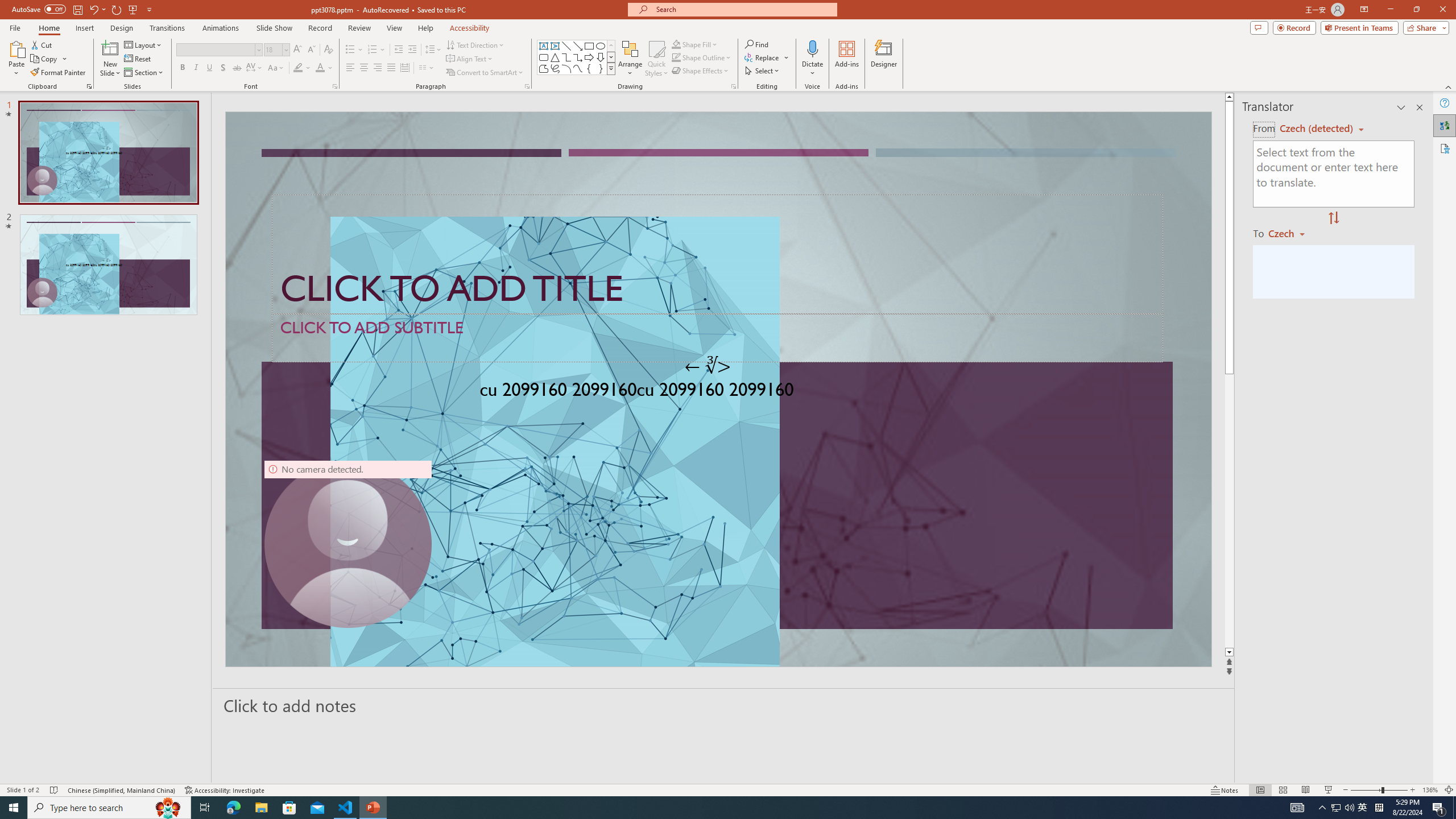 This screenshot has width=1456, height=819. Describe the element at coordinates (311, 49) in the screenshot. I see `'Decrease Font Size'` at that location.